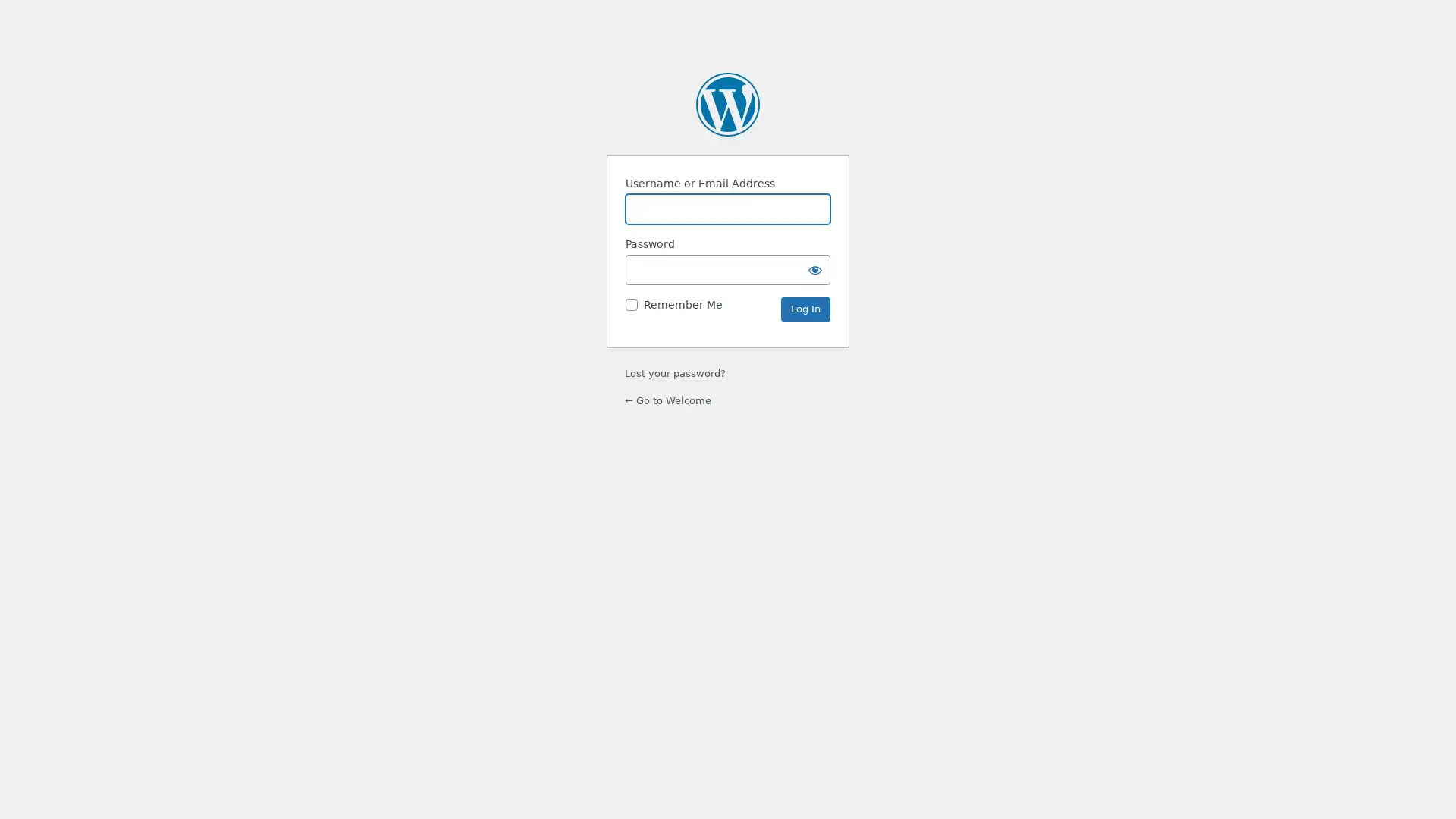  I want to click on Log In, so click(805, 309).